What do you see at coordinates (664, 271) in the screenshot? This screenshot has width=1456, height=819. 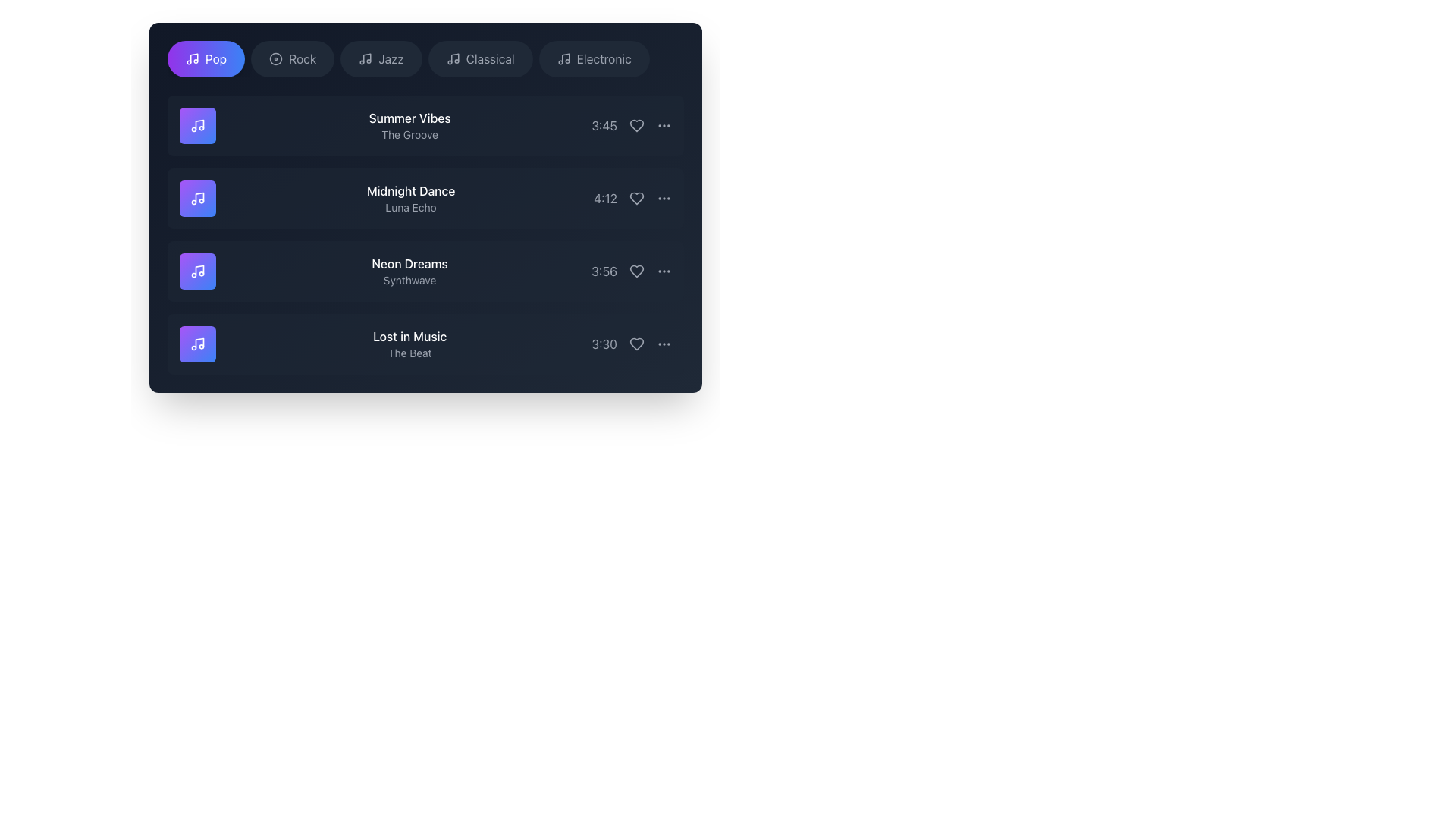 I see `the ellipsis menu button located adjacent to the heart icon and aligned with the time label '3:56'` at bounding box center [664, 271].